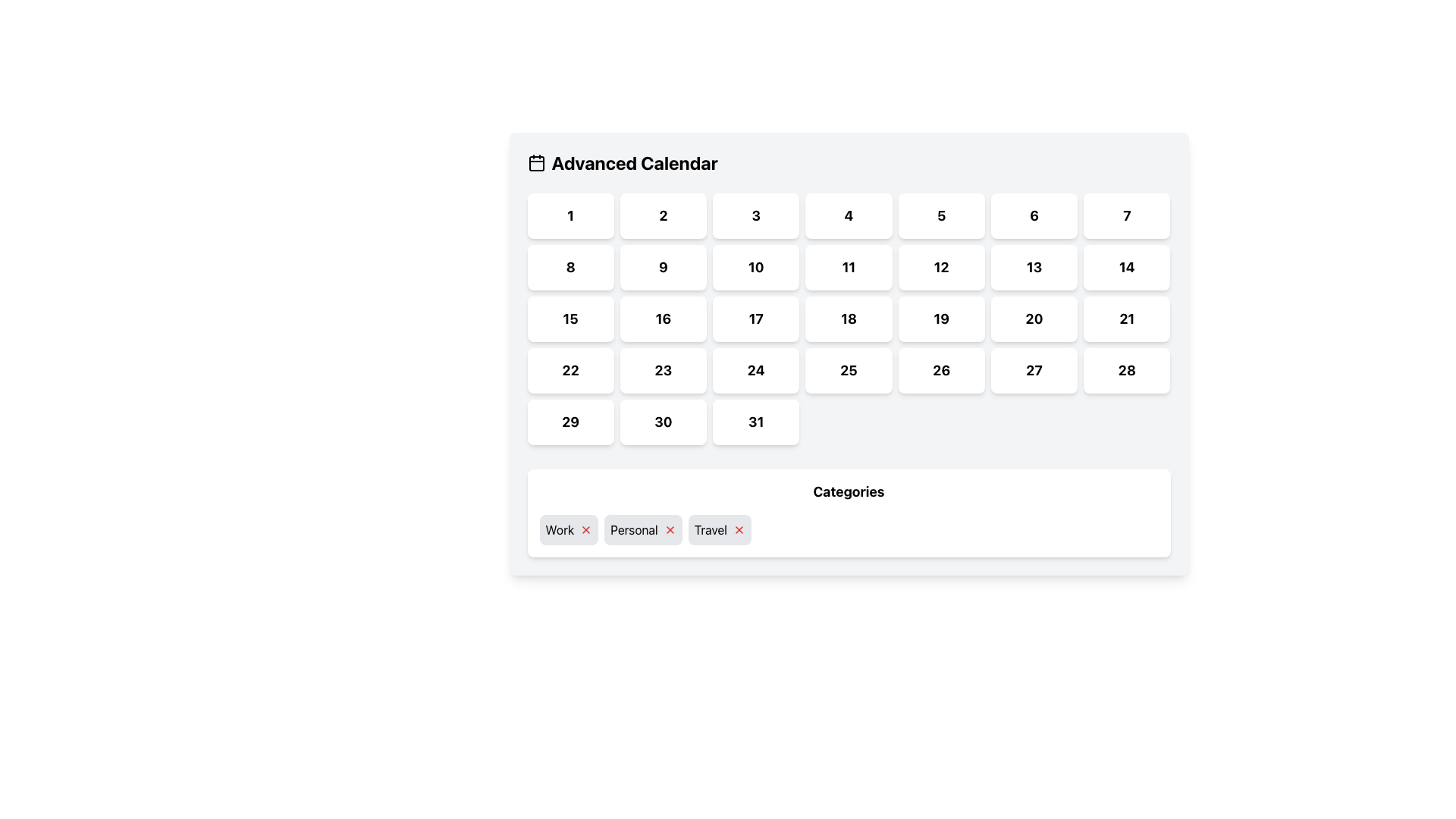 This screenshot has height=819, width=1456. What do you see at coordinates (663, 422) in the screenshot?
I see `the day number '30' displayed in the calendar view` at bounding box center [663, 422].